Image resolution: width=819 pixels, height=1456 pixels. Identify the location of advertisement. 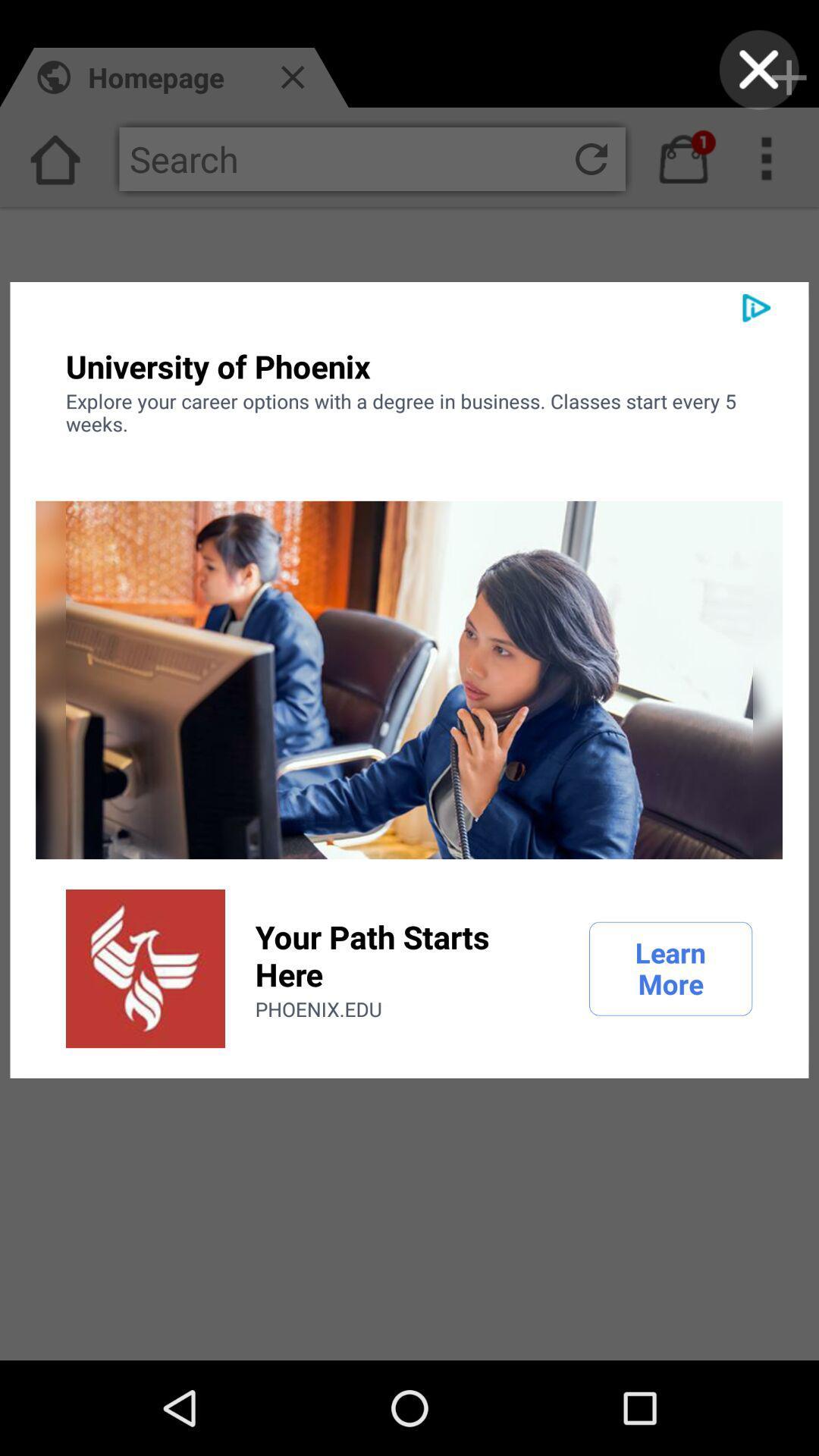
(759, 69).